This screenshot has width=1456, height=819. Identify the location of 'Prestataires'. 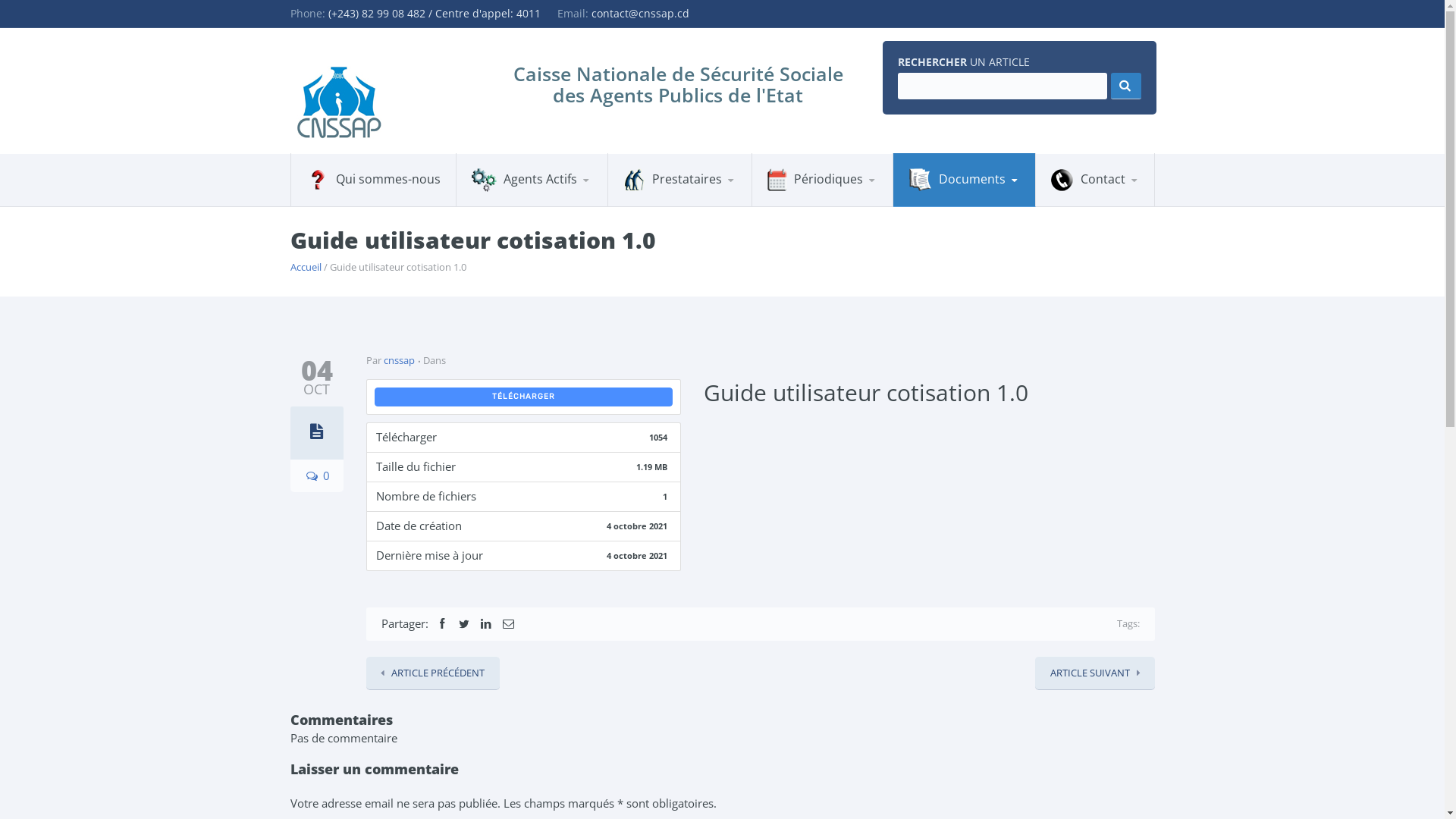
(679, 178).